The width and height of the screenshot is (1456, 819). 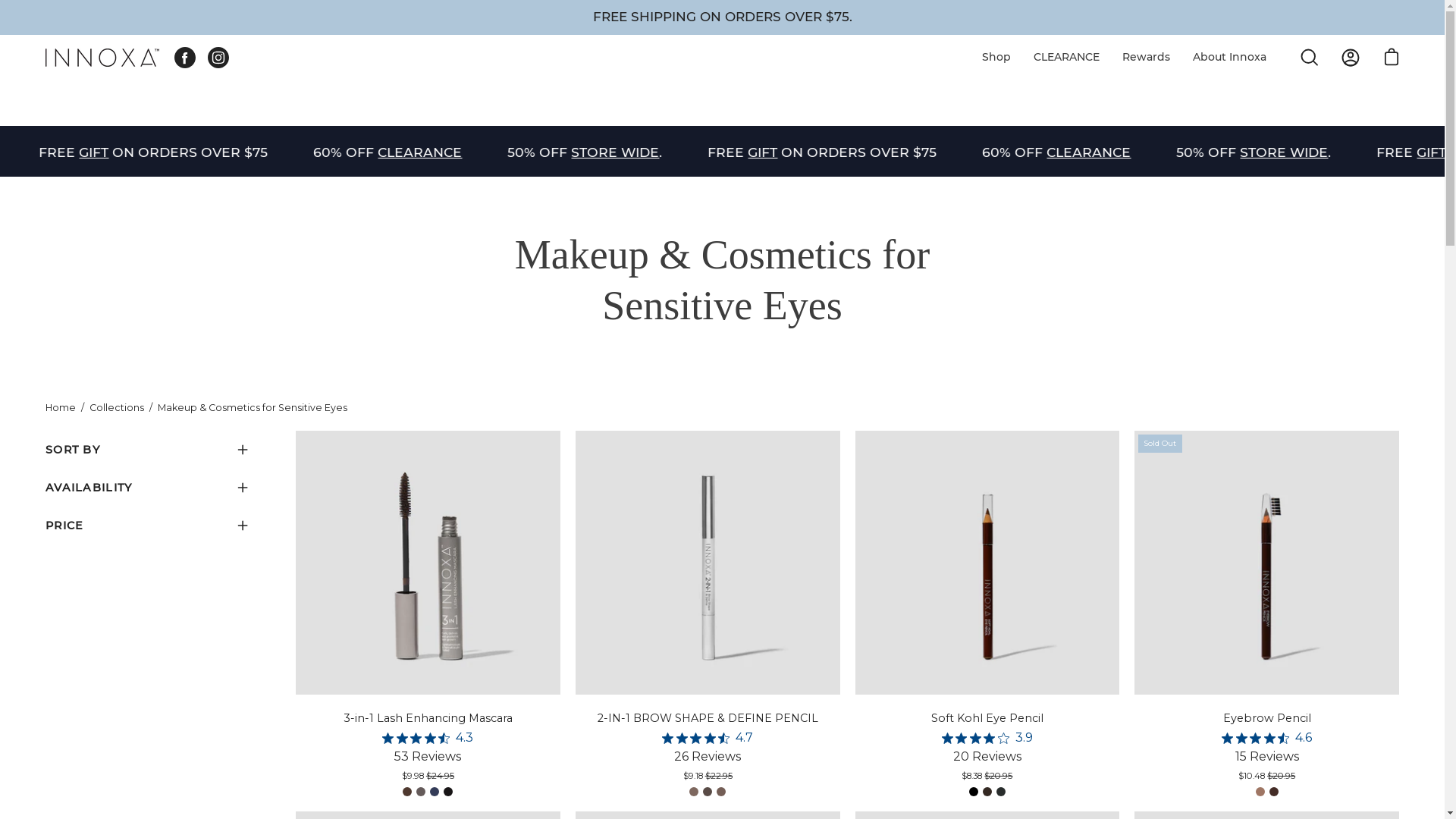 I want to click on '2-IN-1 BROW SHAPE & DEFINE PENCIL', so click(x=707, y=717).